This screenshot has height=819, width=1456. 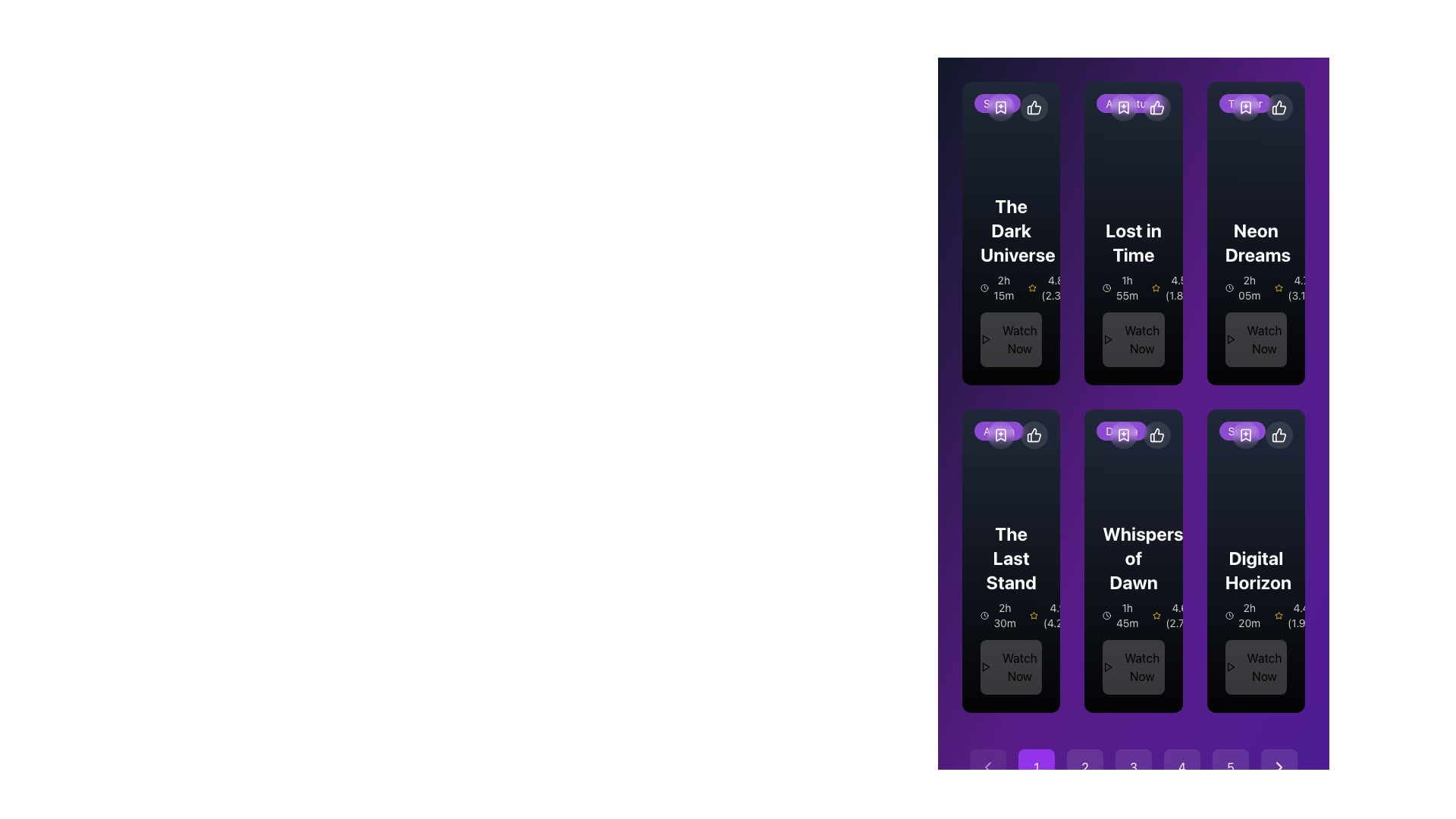 I want to click on the 'Watch Now' button located at the bottom center of the second card on the top row to initiate streaming, so click(x=1142, y=338).